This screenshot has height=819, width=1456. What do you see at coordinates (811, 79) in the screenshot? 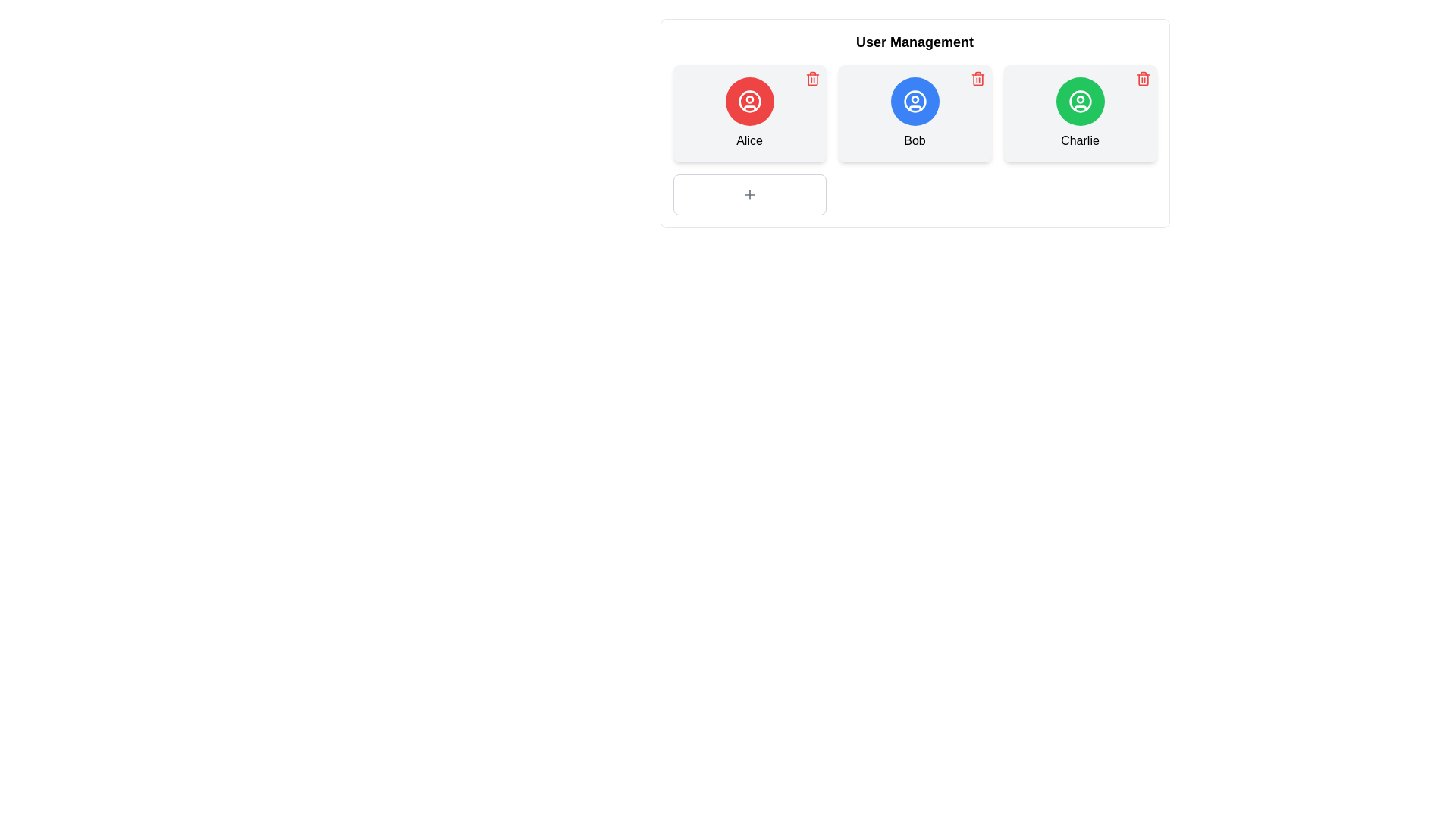
I see `the interactive trash bin icon in the top-right corner of the card labeled 'Alice' to potentially reveal additional information or a tooltip` at bounding box center [811, 79].